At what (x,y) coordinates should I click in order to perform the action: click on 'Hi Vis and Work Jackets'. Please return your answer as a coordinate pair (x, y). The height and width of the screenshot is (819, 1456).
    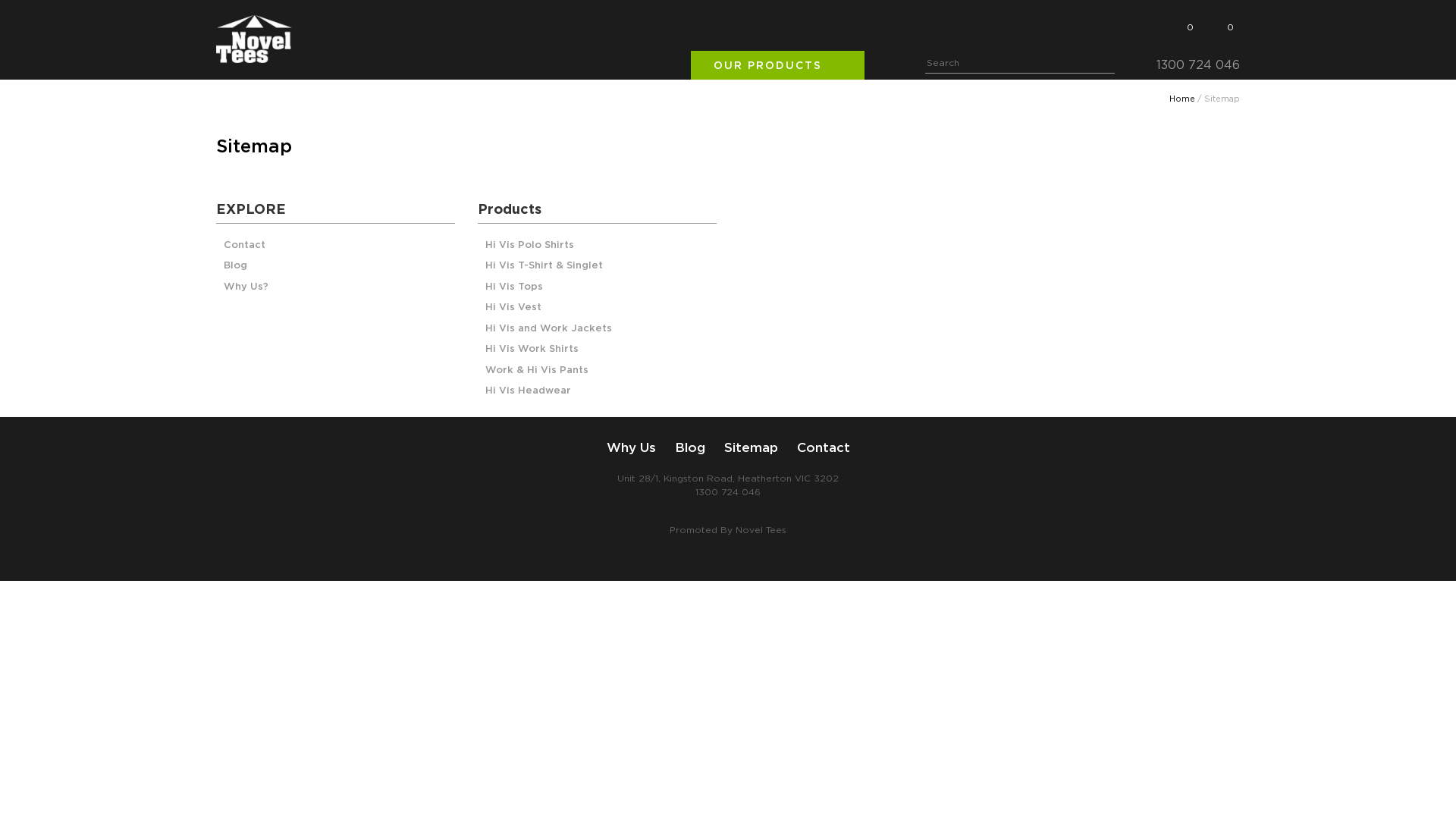
    Looking at the image, I should click on (548, 328).